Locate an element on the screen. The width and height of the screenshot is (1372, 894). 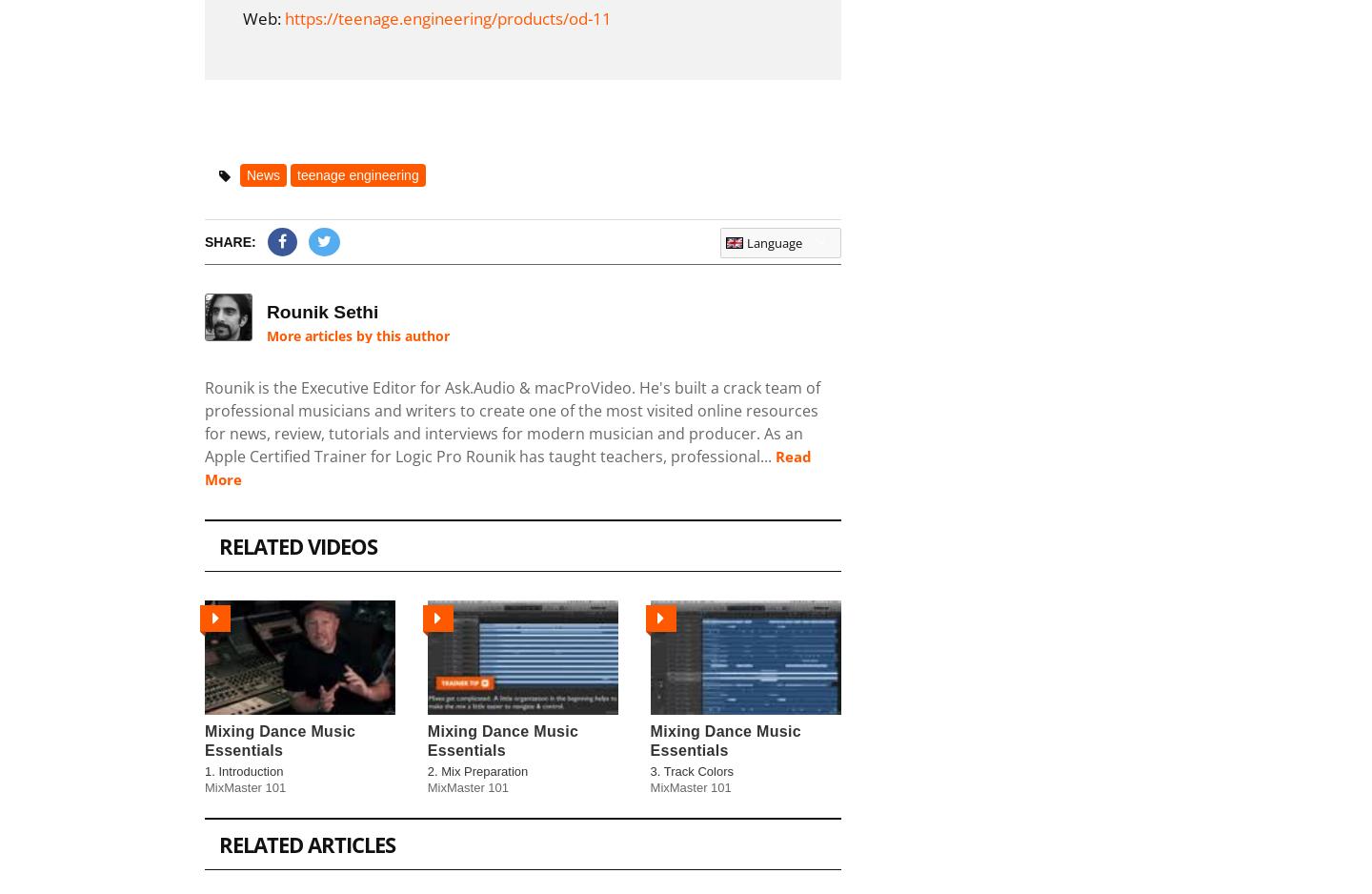
'1. Introduction' is located at coordinates (243, 771).